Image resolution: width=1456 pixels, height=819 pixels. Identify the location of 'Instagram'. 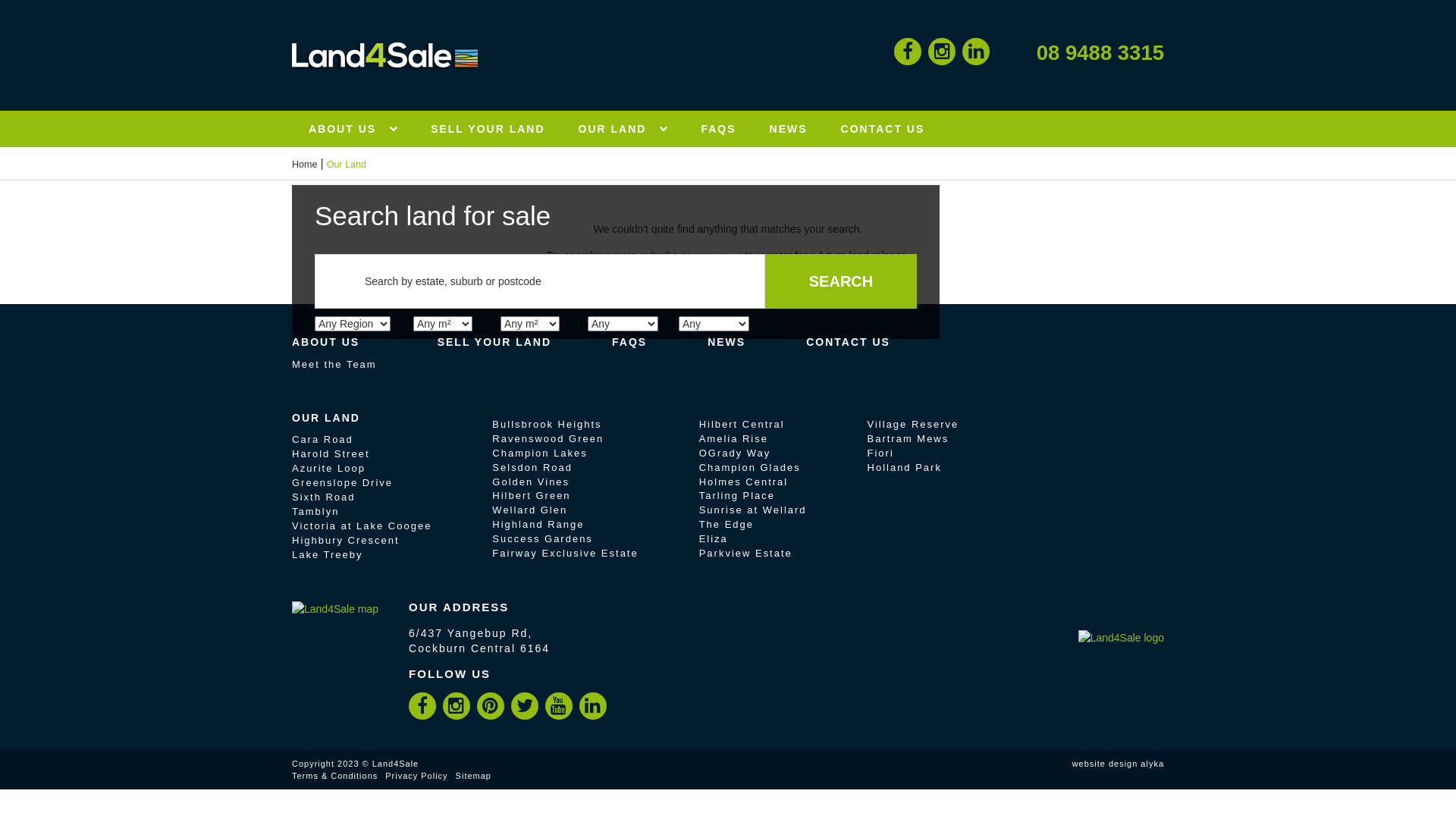
(455, 704).